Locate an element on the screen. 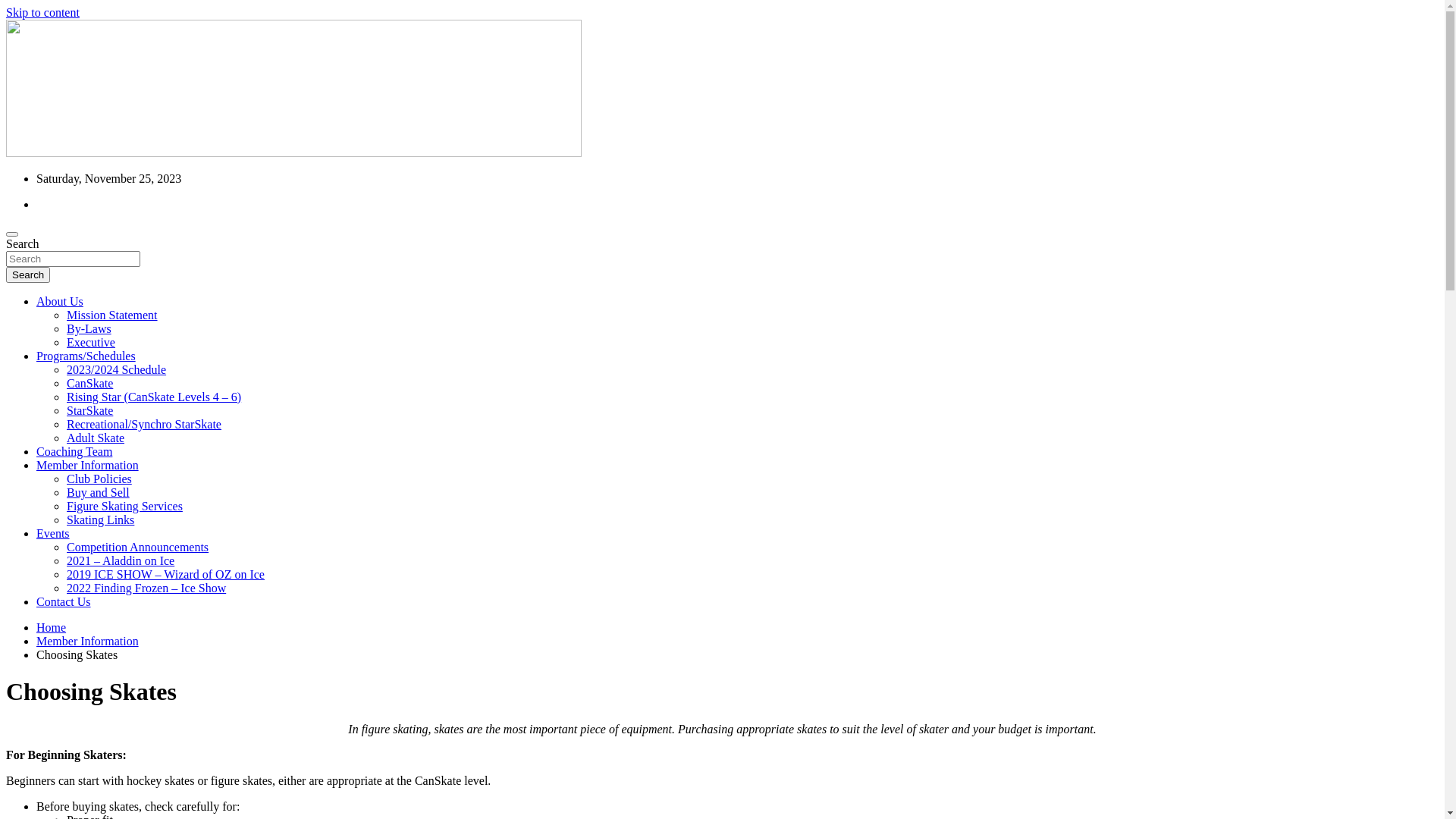 The height and width of the screenshot is (819, 1456). 'Buy and Sell' is located at coordinates (65, 492).